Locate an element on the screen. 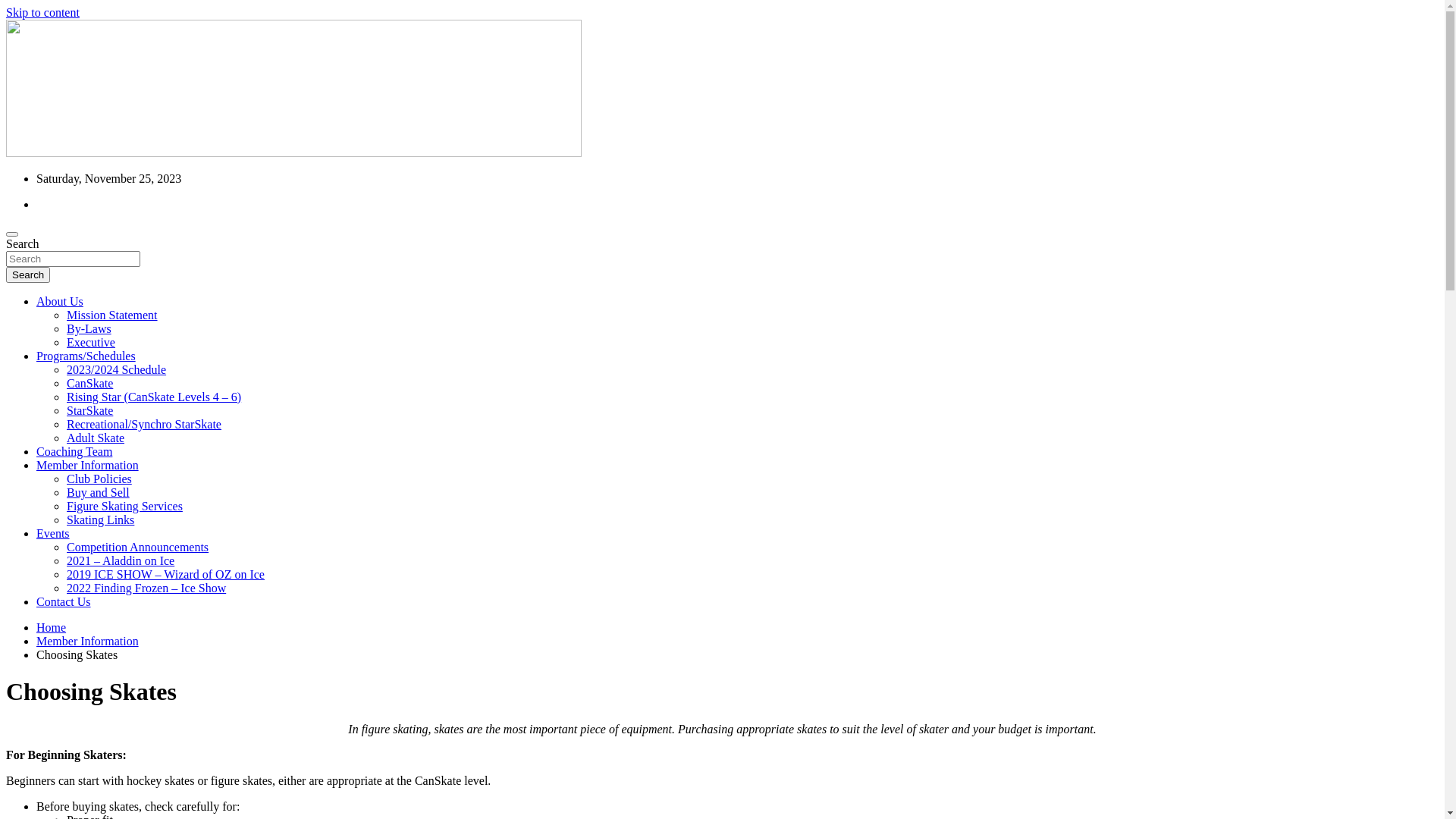 The height and width of the screenshot is (819, 1456). 'Buy and Sell' is located at coordinates (65, 492).